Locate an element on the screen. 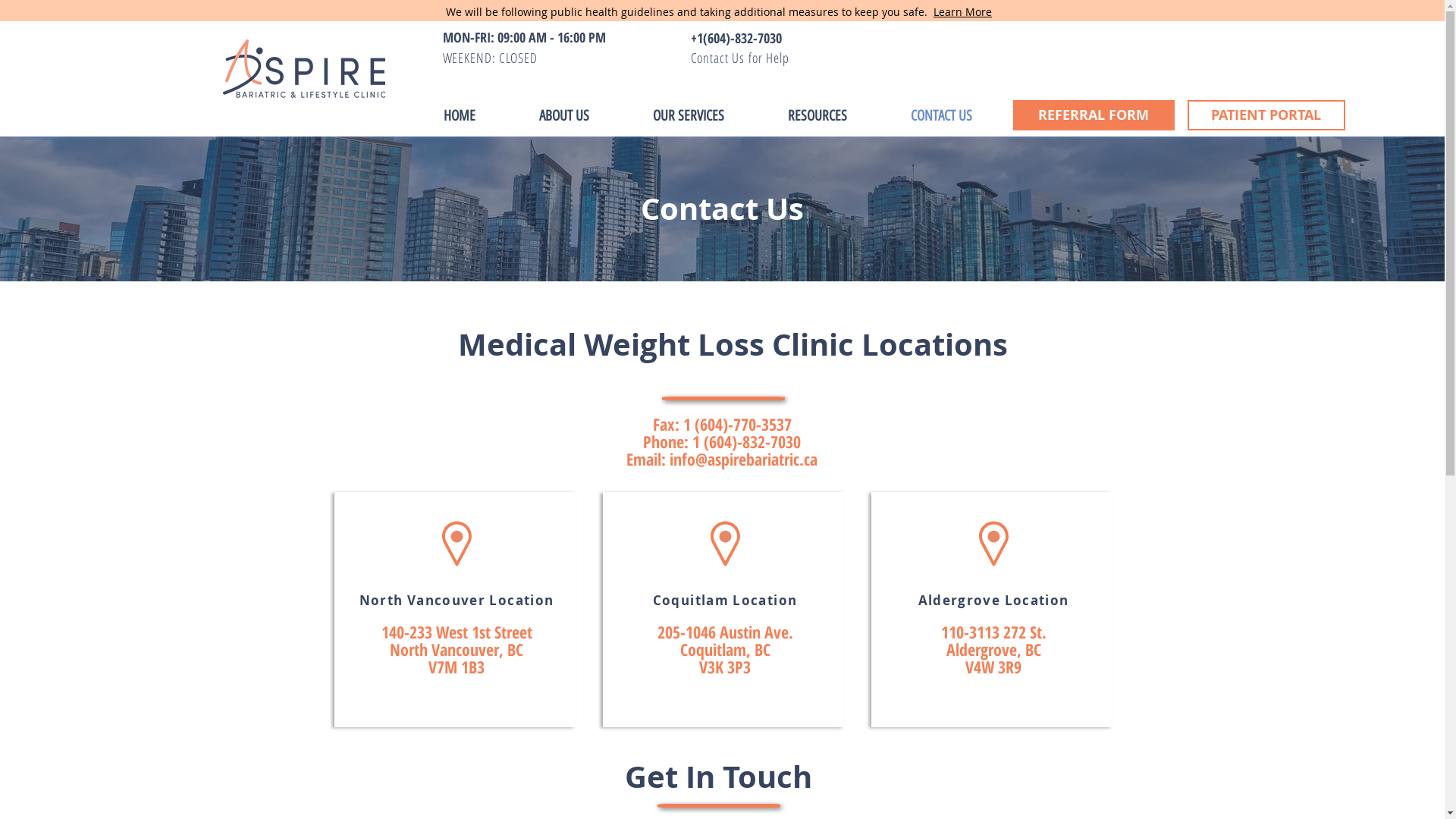 The height and width of the screenshot is (819, 1456). 'North Vancouver Location' is located at coordinates (359, 598).